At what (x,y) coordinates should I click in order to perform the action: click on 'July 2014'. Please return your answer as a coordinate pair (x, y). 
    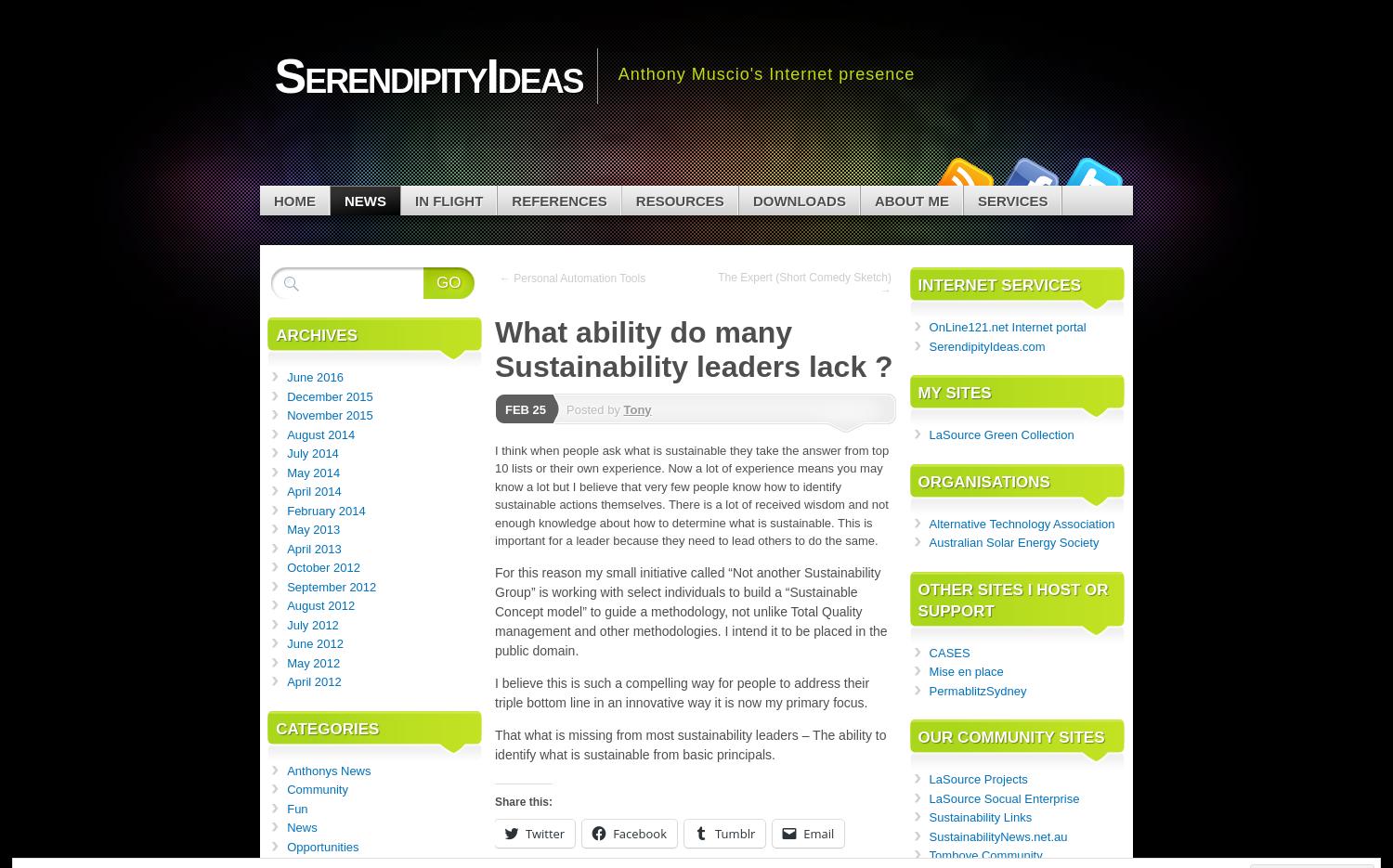
    Looking at the image, I should click on (311, 453).